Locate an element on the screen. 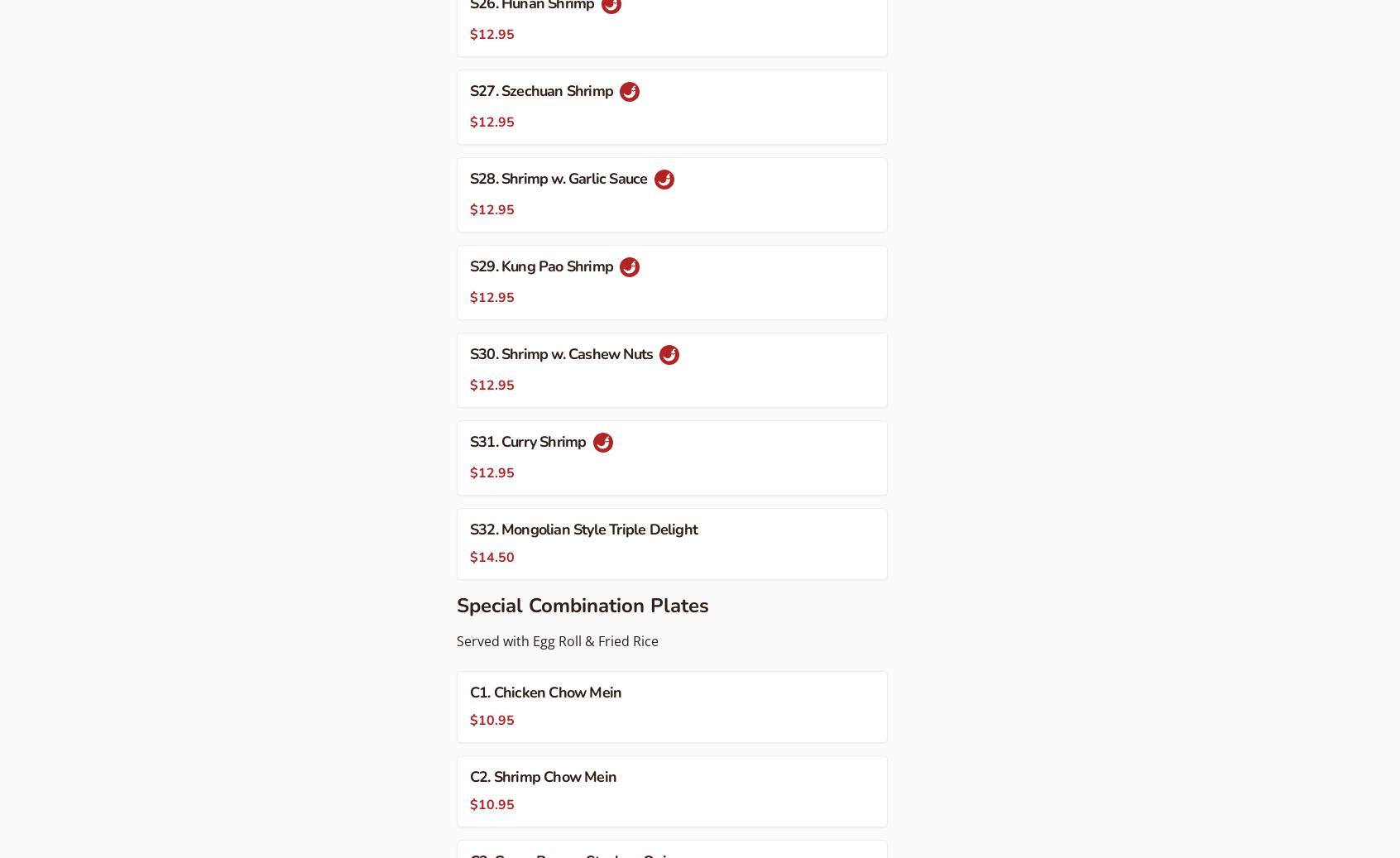 Image resolution: width=1400 pixels, height=858 pixels. 'Special Combination Plates' is located at coordinates (456, 604).